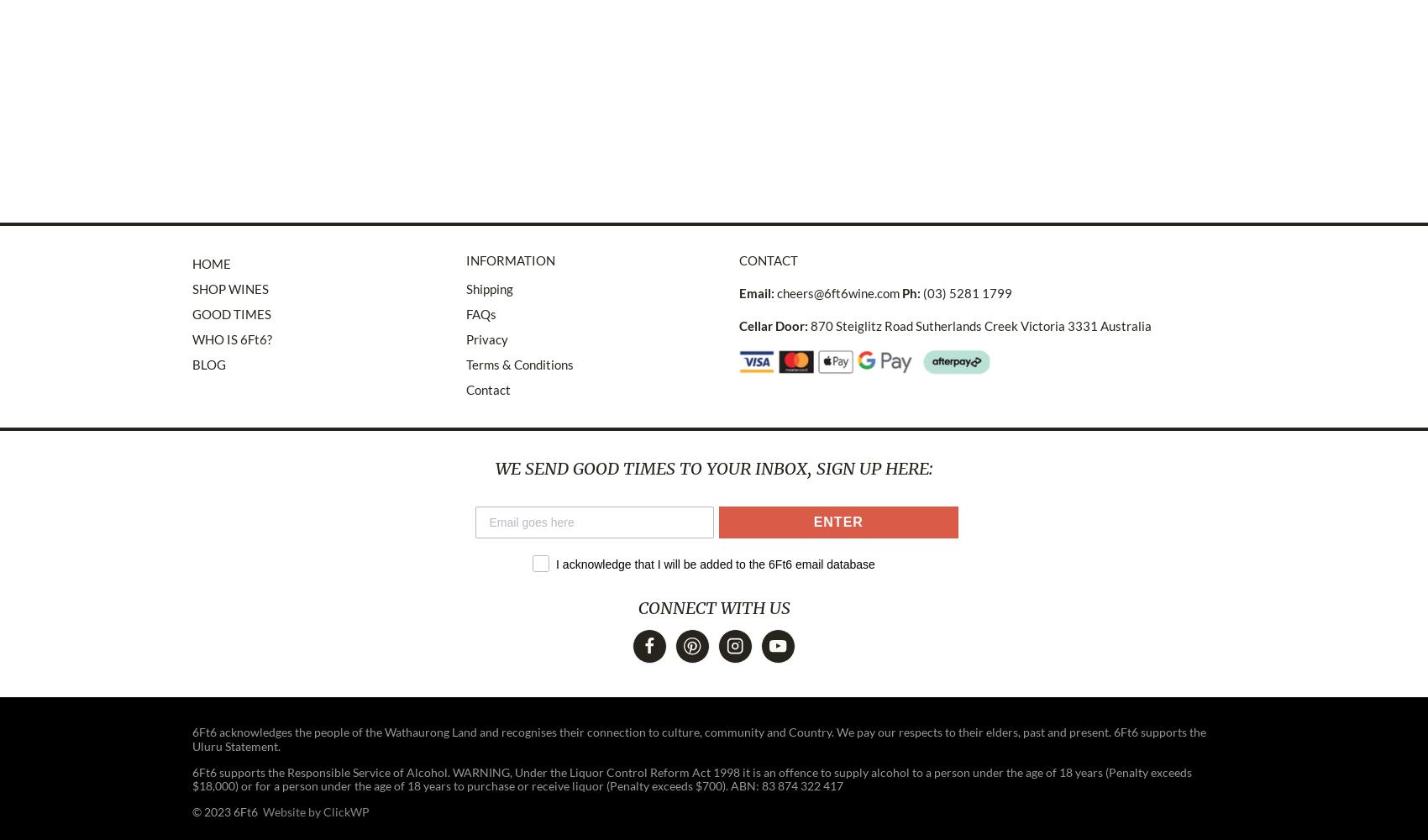 This screenshot has width=1428, height=840. What do you see at coordinates (837, 521) in the screenshot?
I see `'ENTER'` at bounding box center [837, 521].